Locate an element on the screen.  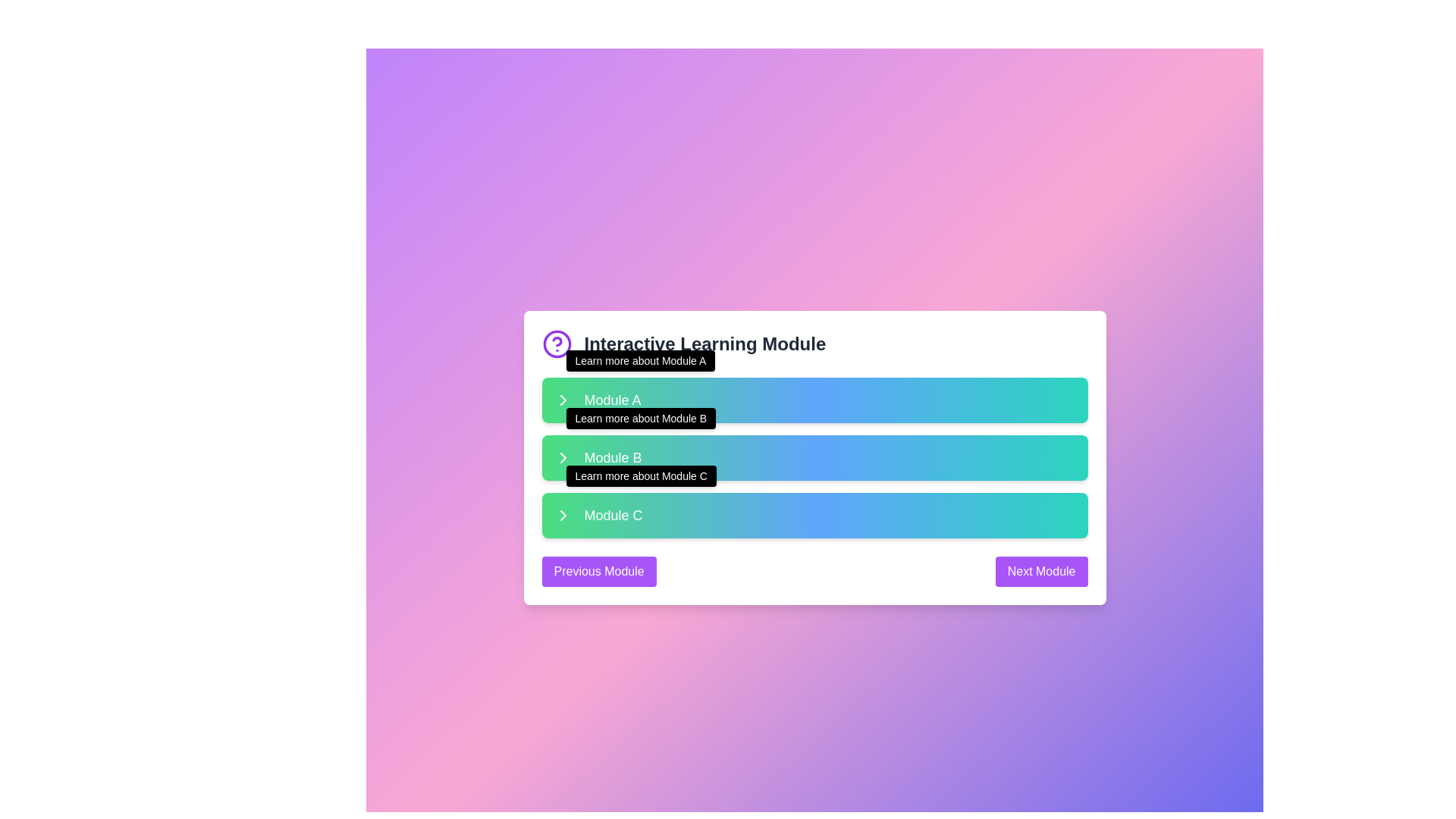
the right-facing chevron icon styled with a white stroke on a transparent background, located within the green gradient rectangle containing the text 'Module A' is located at coordinates (562, 400).